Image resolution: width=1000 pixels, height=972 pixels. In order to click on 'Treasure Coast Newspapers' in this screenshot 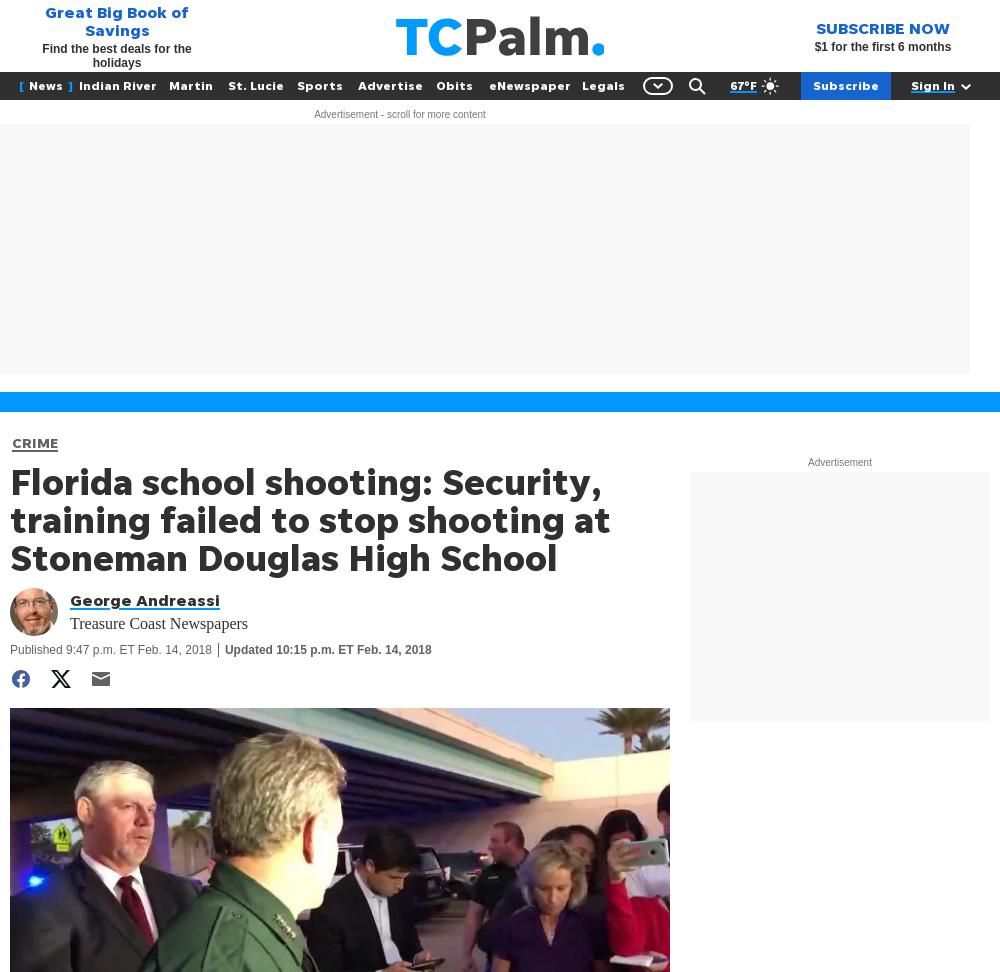, I will do `click(159, 623)`.